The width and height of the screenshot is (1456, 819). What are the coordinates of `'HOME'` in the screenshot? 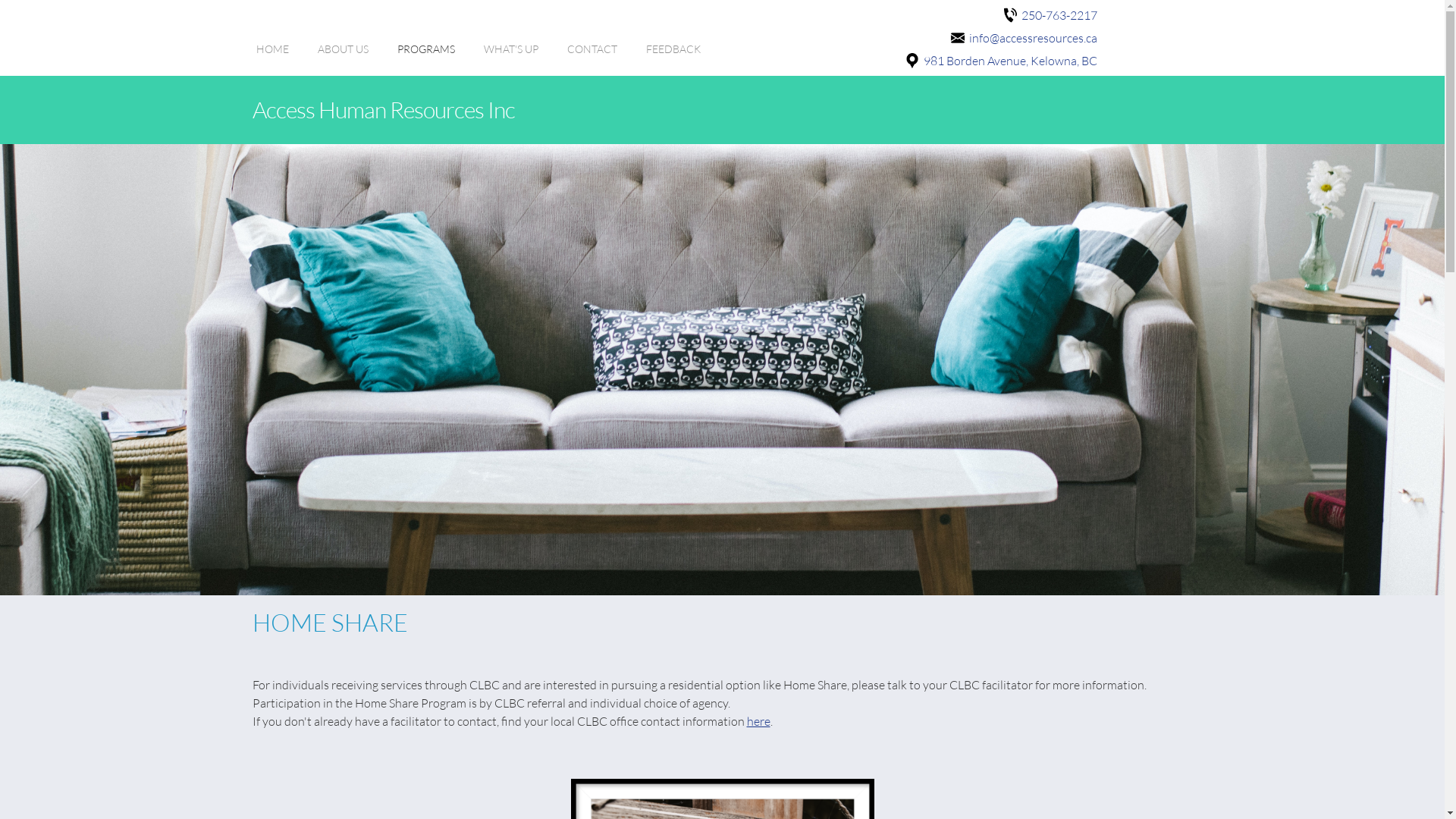 It's located at (272, 55).